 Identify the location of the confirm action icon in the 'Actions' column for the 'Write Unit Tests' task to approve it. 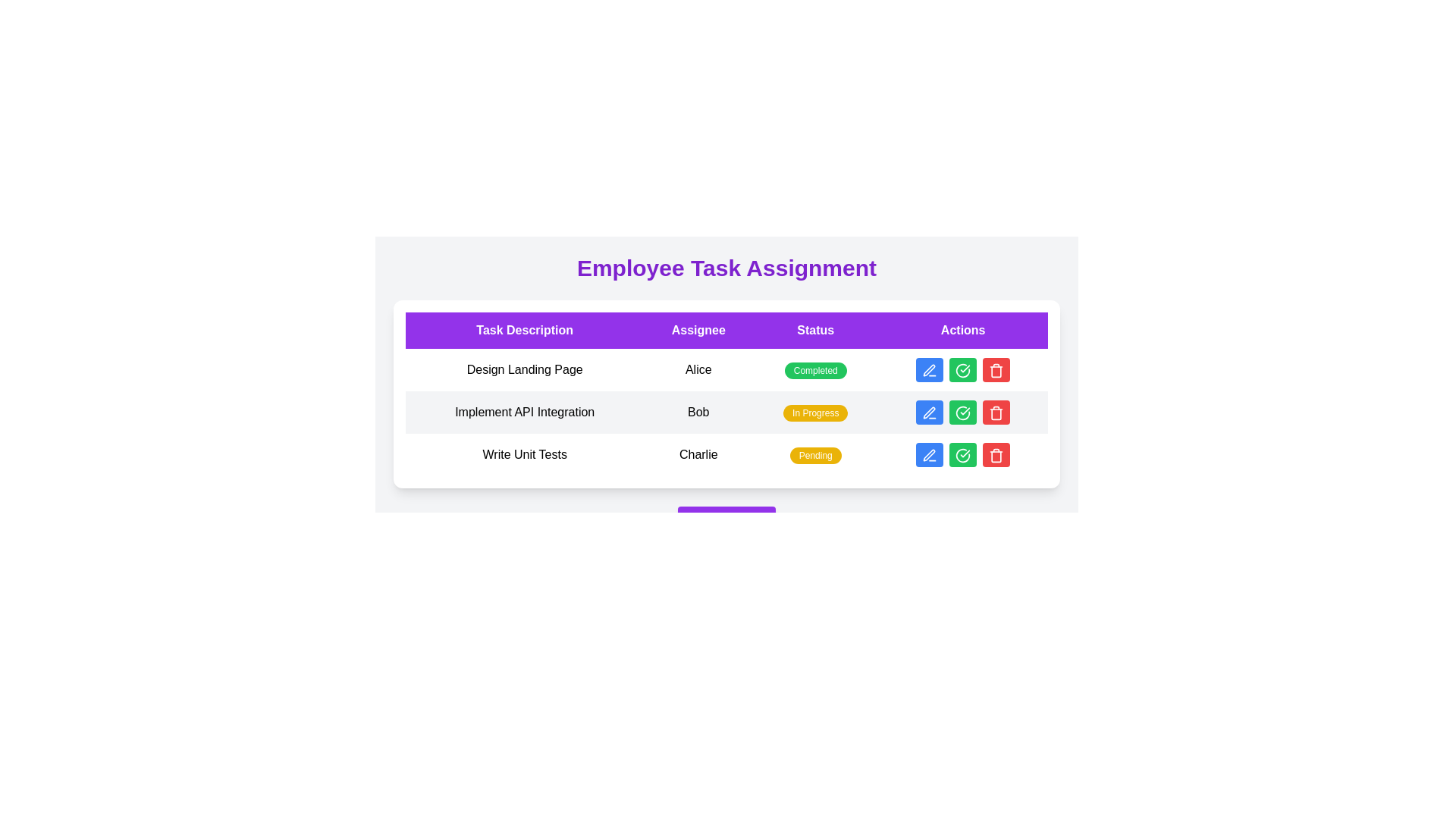
(962, 454).